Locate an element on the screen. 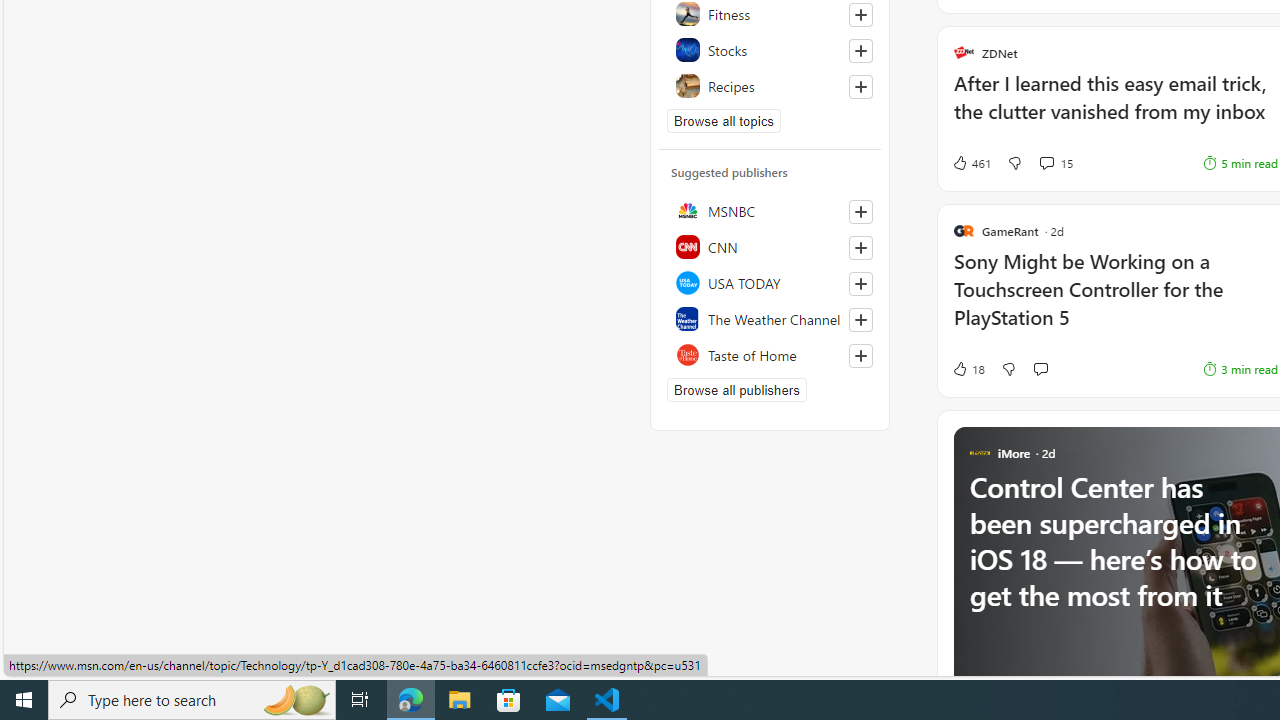 The width and height of the screenshot is (1280, 720). 'Browse all publishers' is located at coordinates (735, 389).